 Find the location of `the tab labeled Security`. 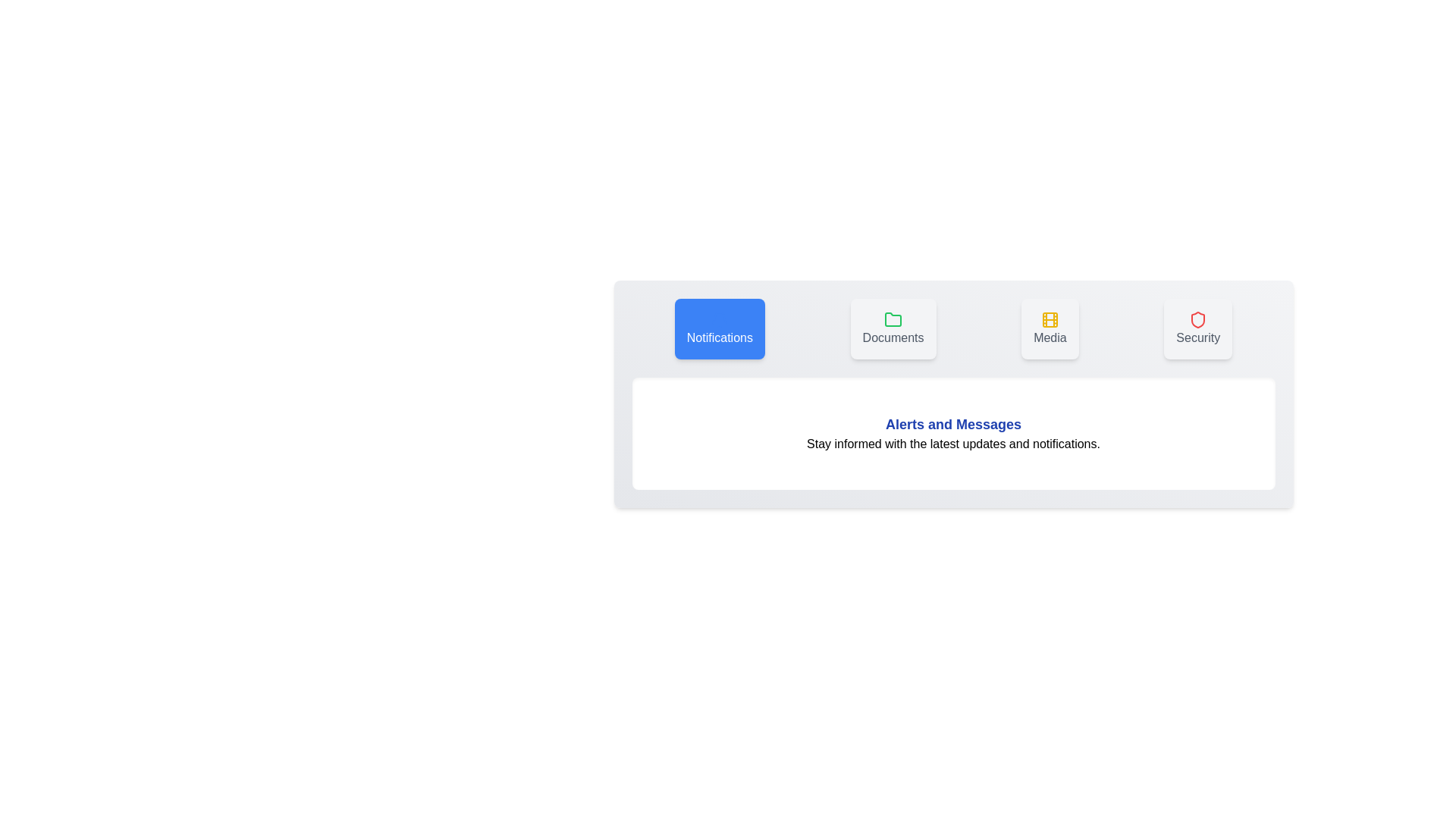

the tab labeled Security is located at coordinates (1197, 328).